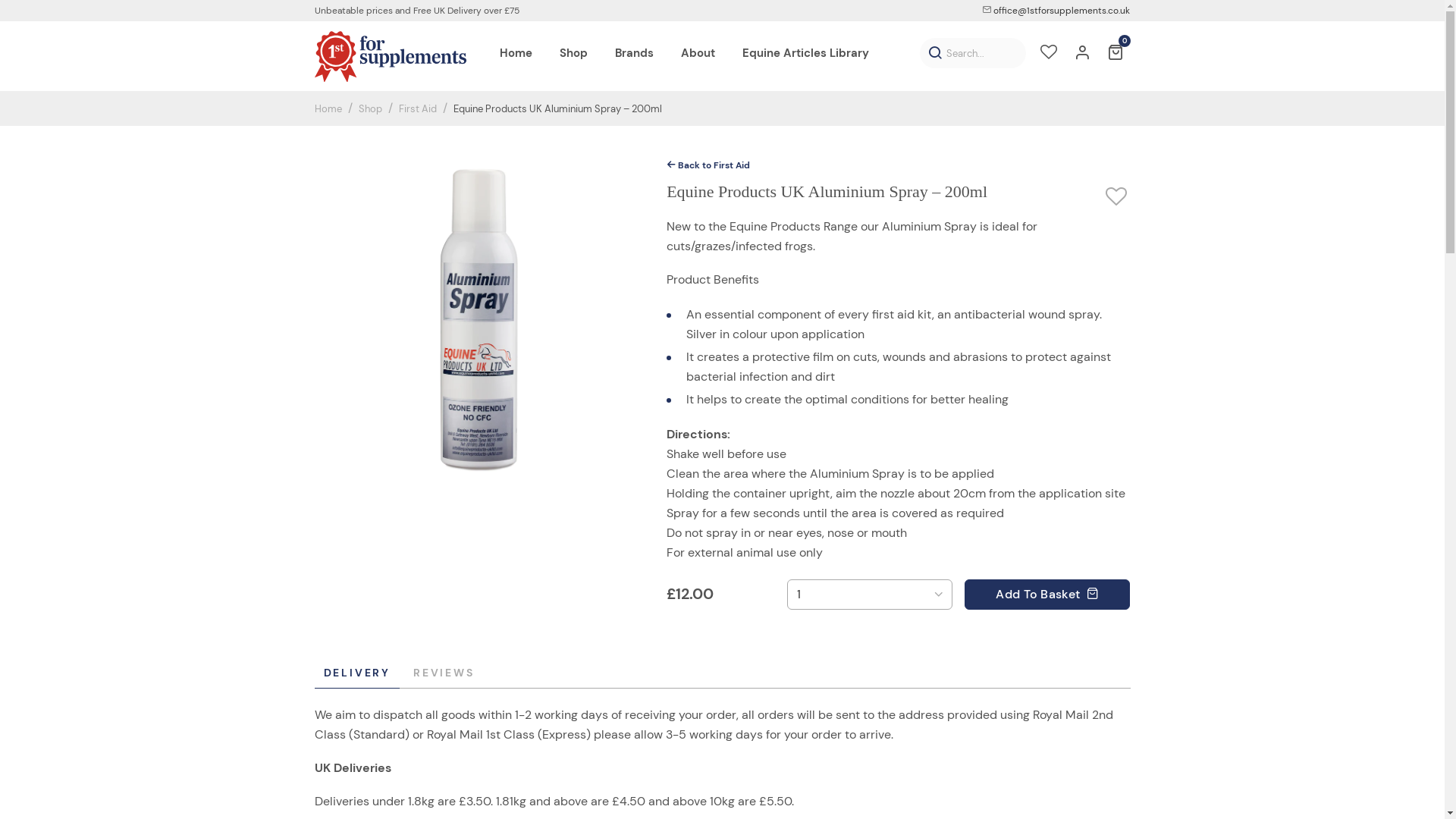  I want to click on 'Equine Articles Library', so click(804, 52).